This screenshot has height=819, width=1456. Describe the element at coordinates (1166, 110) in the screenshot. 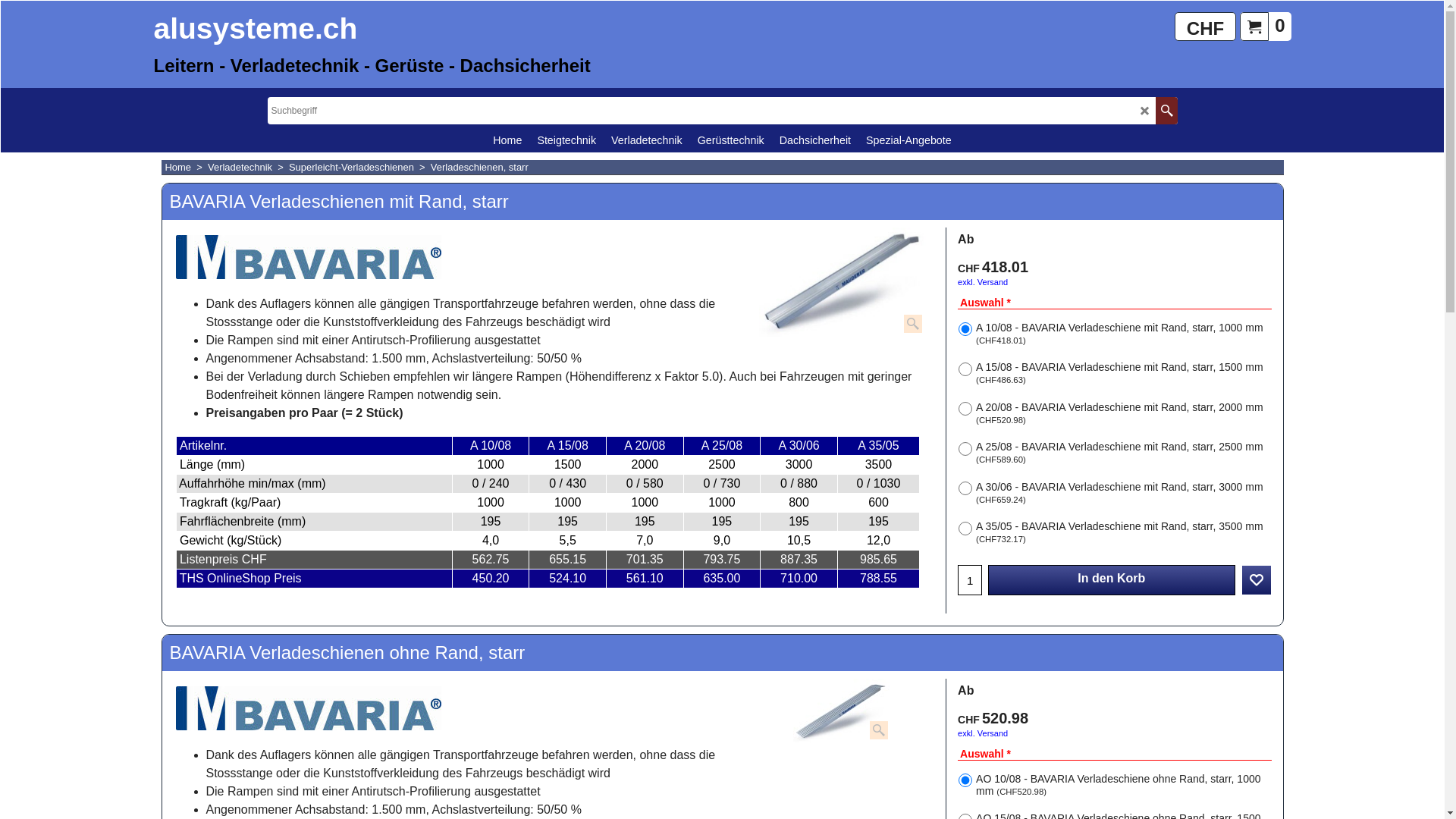

I see `'Suche'` at that location.